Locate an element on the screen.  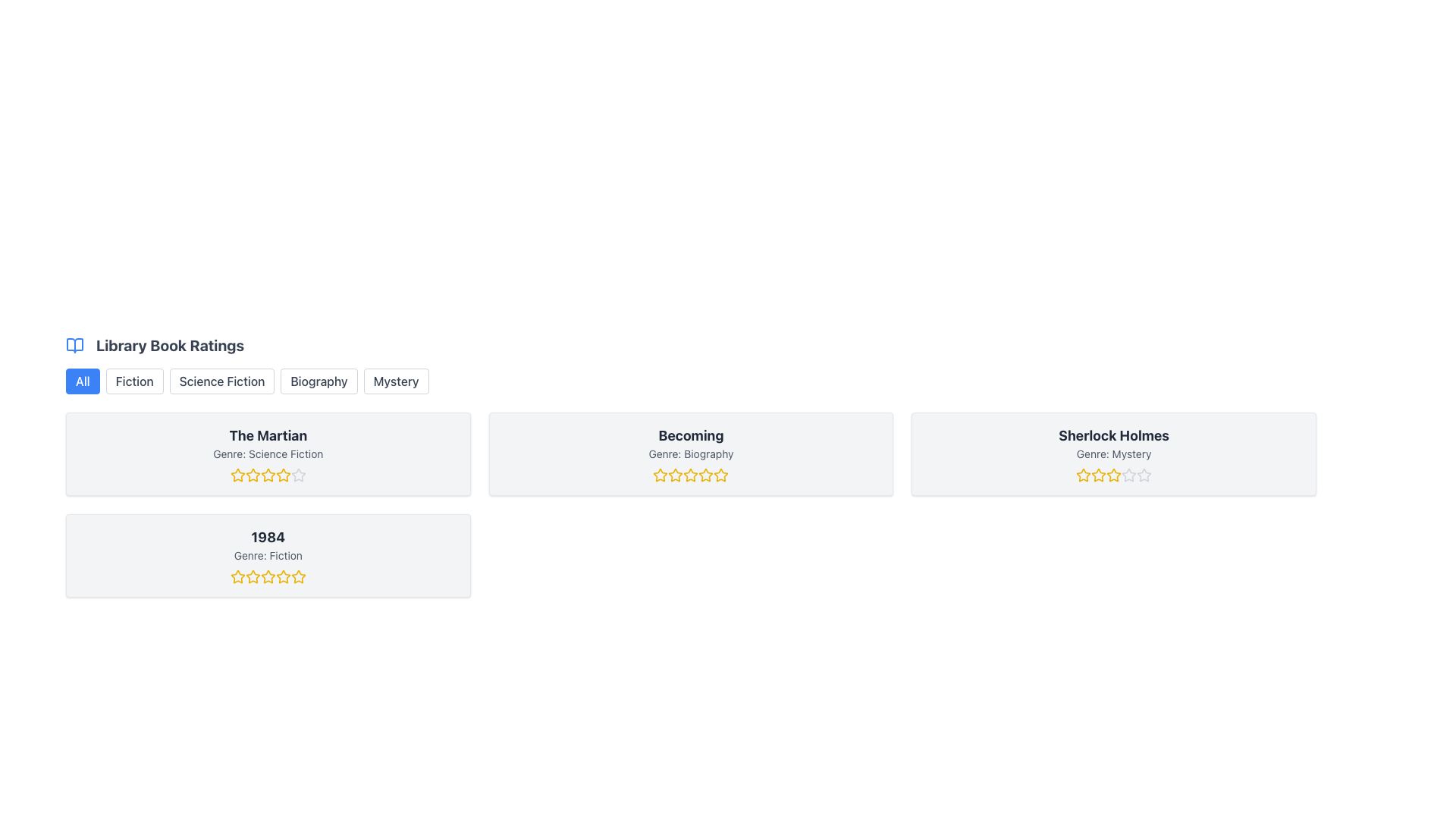
the second yellow star icon in the rating system under 'The Martian' in the 'Library Book Ratings' section is located at coordinates (237, 475).